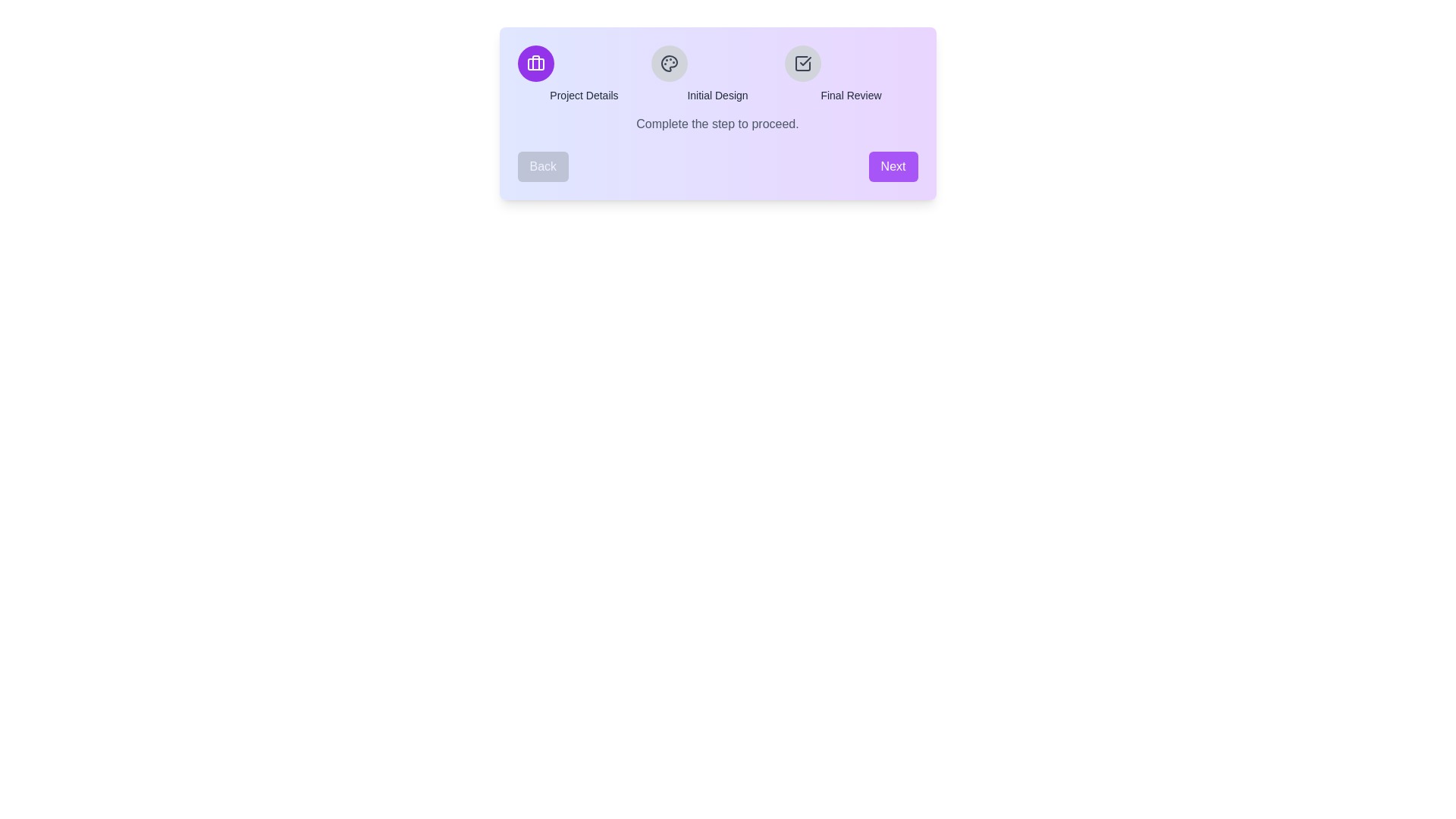  What do you see at coordinates (893, 166) in the screenshot?
I see `the Next button to navigate through the steps` at bounding box center [893, 166].